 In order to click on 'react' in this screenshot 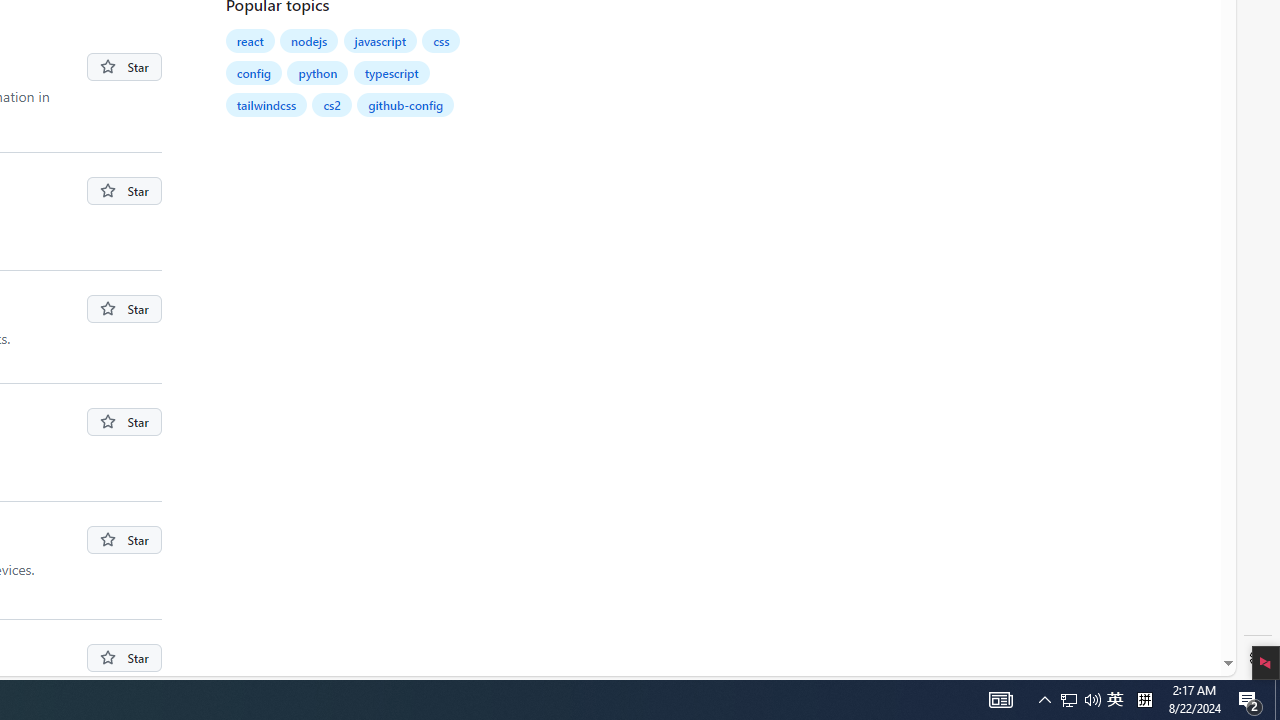, I will do `click(249, 41)`.